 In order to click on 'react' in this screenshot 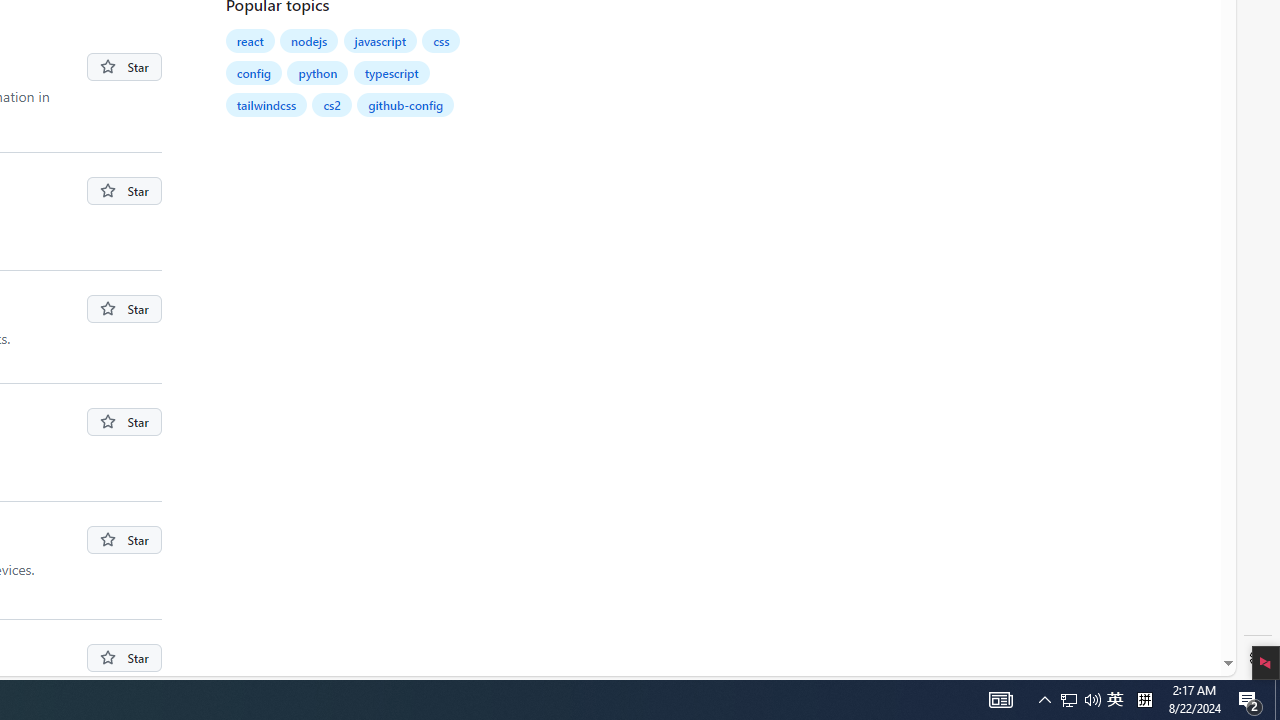, I will do `click(249, 41)`.